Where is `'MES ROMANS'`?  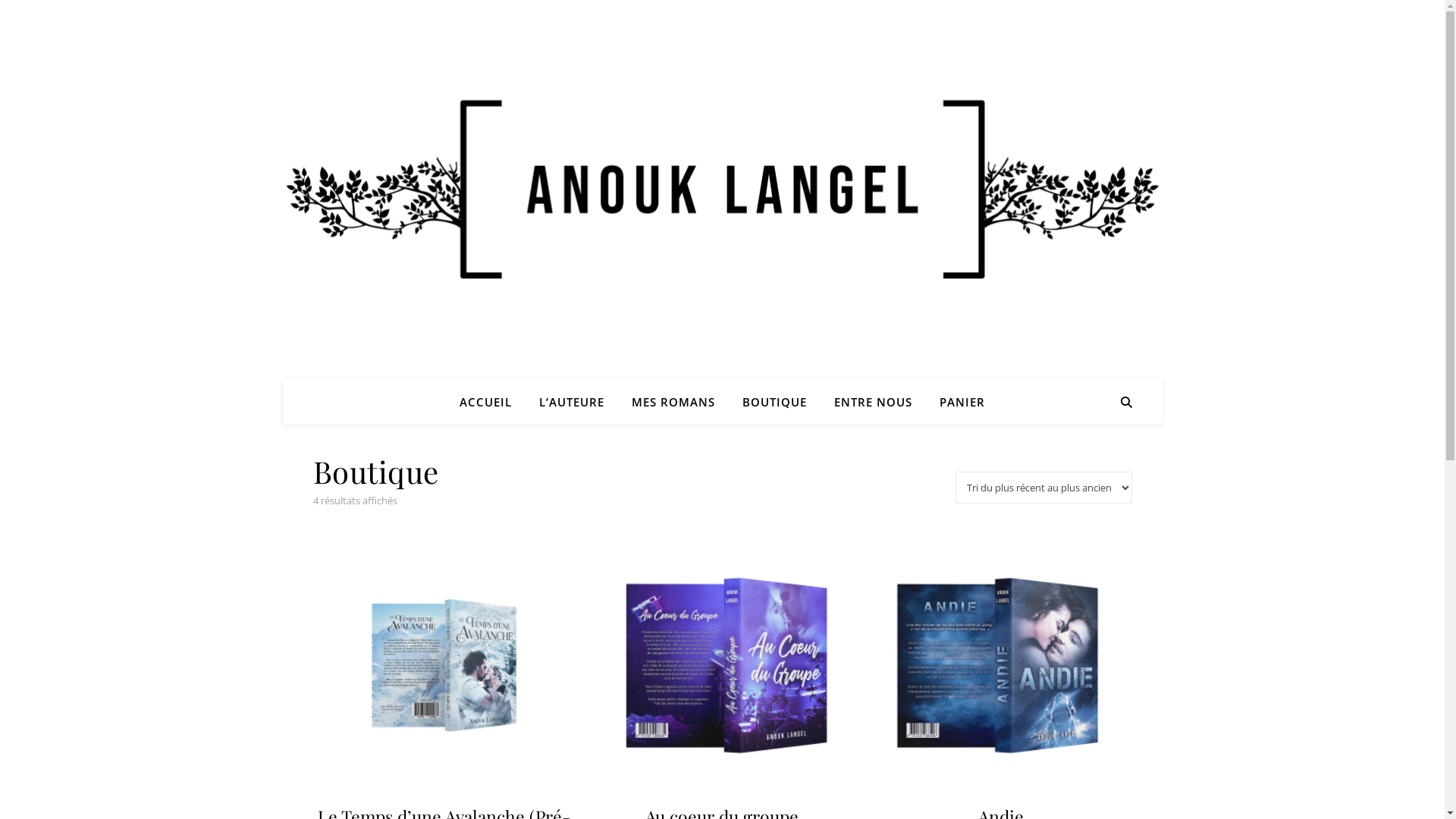 'MES ROMANS' is located at coordinates (673, 400).